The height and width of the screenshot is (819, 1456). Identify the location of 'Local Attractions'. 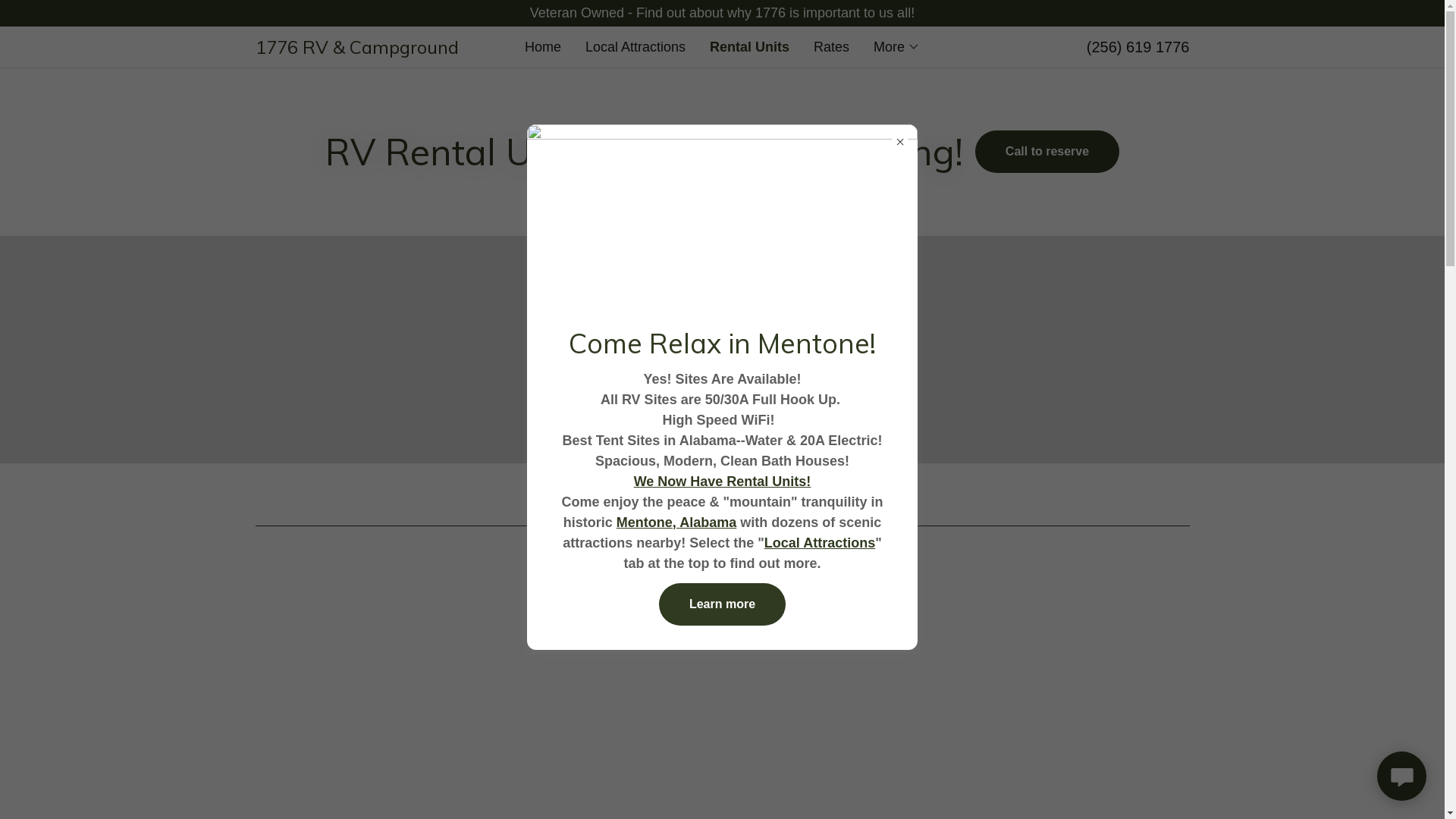
(818, 542).